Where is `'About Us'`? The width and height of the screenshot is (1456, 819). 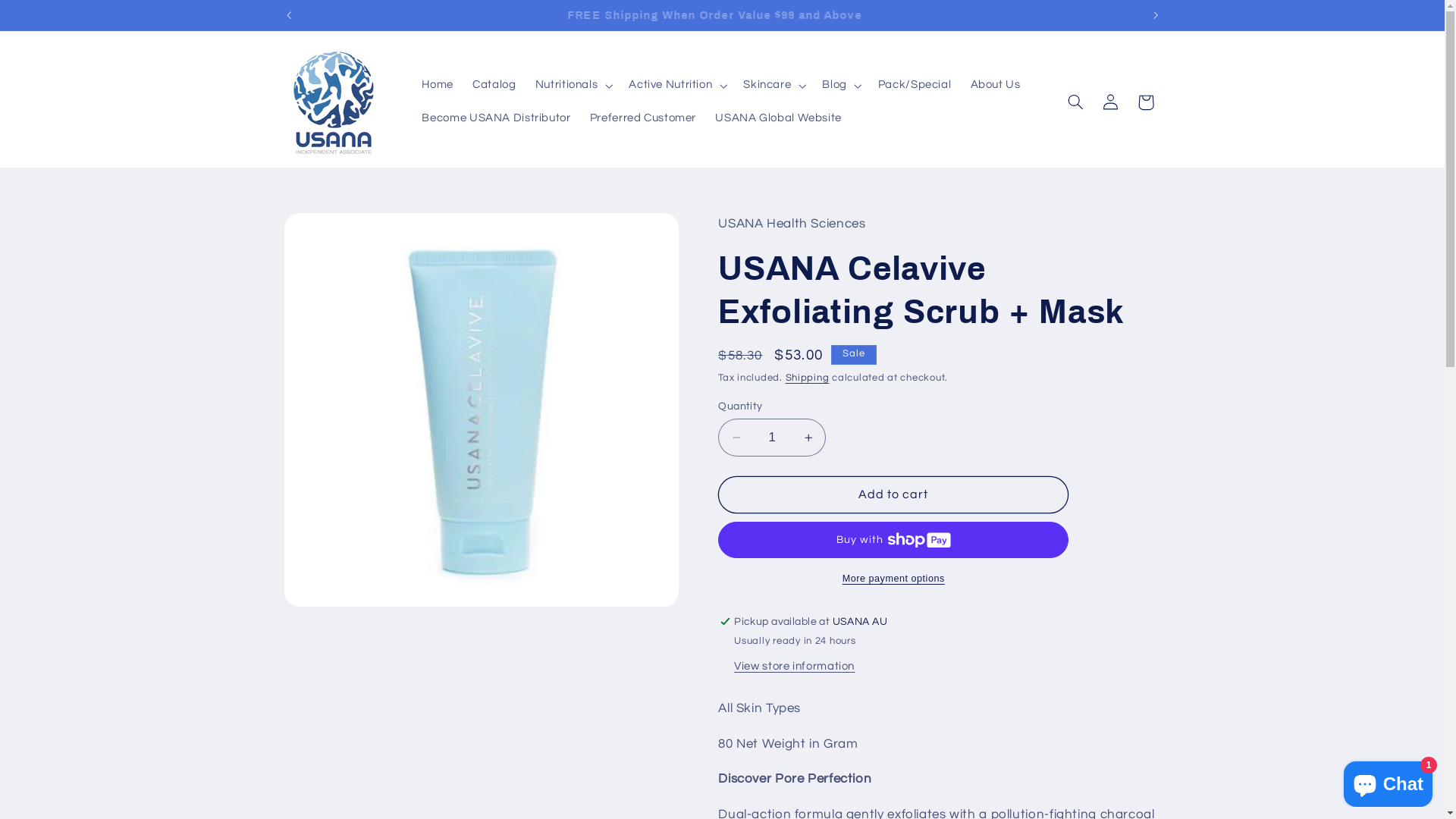
'About Us' is located at coordinates (995, 85).